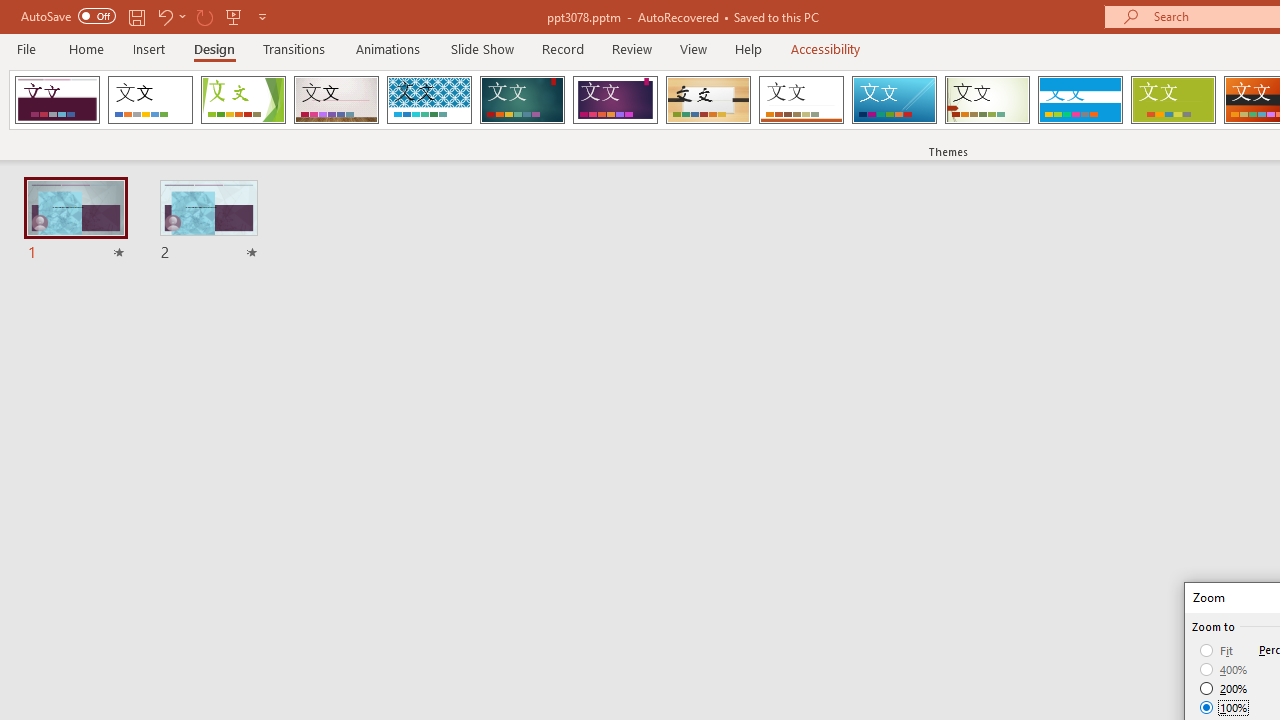 The width and height of the screenshot is (1280, 720). What do you see at coordinates (1223, 706) in the screenshot?
I see `'100%'` at bounding box center [1223, 706].